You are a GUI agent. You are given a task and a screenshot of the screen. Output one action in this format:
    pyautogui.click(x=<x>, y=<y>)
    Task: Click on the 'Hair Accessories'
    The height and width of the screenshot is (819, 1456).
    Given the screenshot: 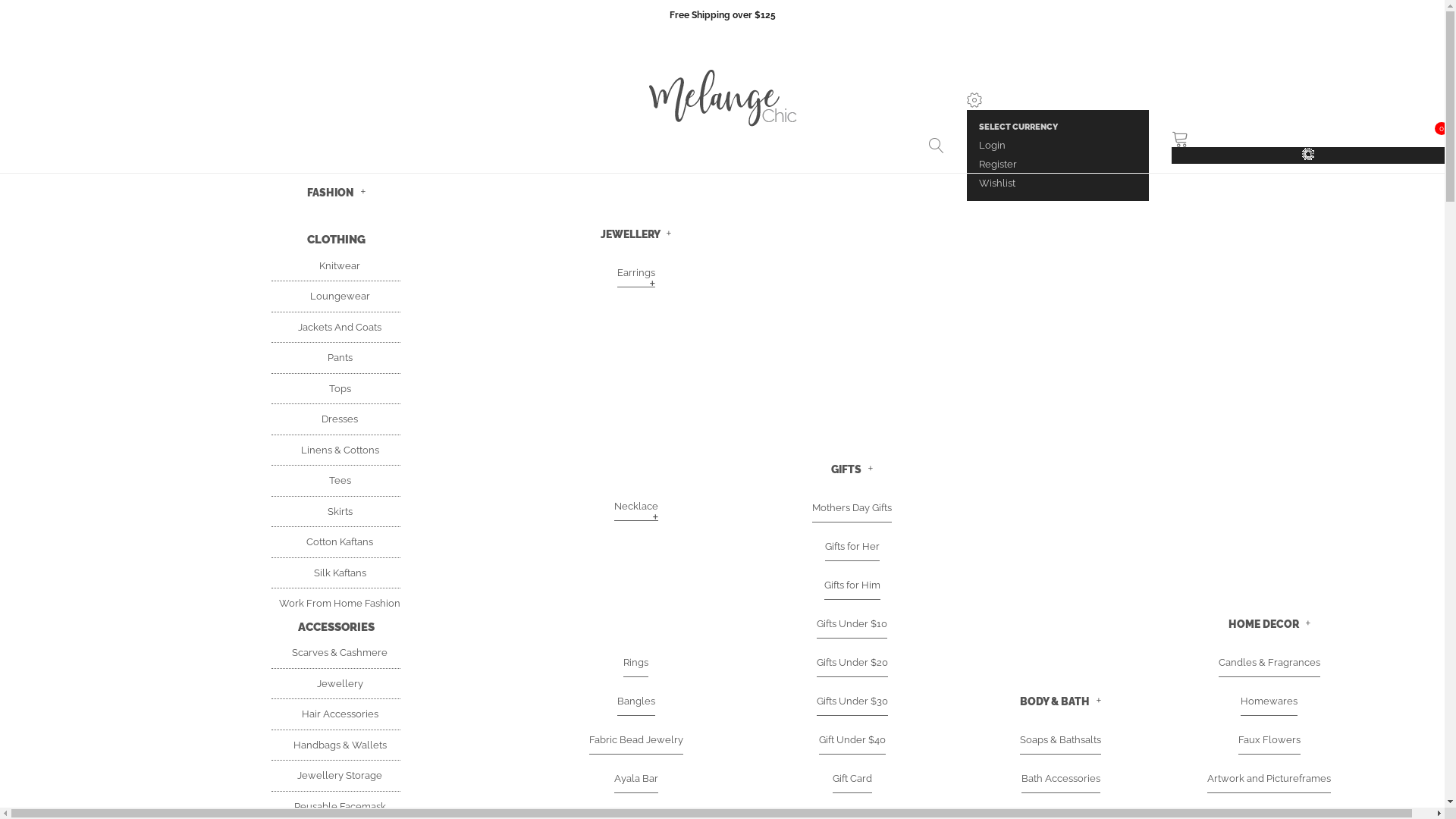 What is the action you would take?
    pyautogui.click(x=335, y=714)
    